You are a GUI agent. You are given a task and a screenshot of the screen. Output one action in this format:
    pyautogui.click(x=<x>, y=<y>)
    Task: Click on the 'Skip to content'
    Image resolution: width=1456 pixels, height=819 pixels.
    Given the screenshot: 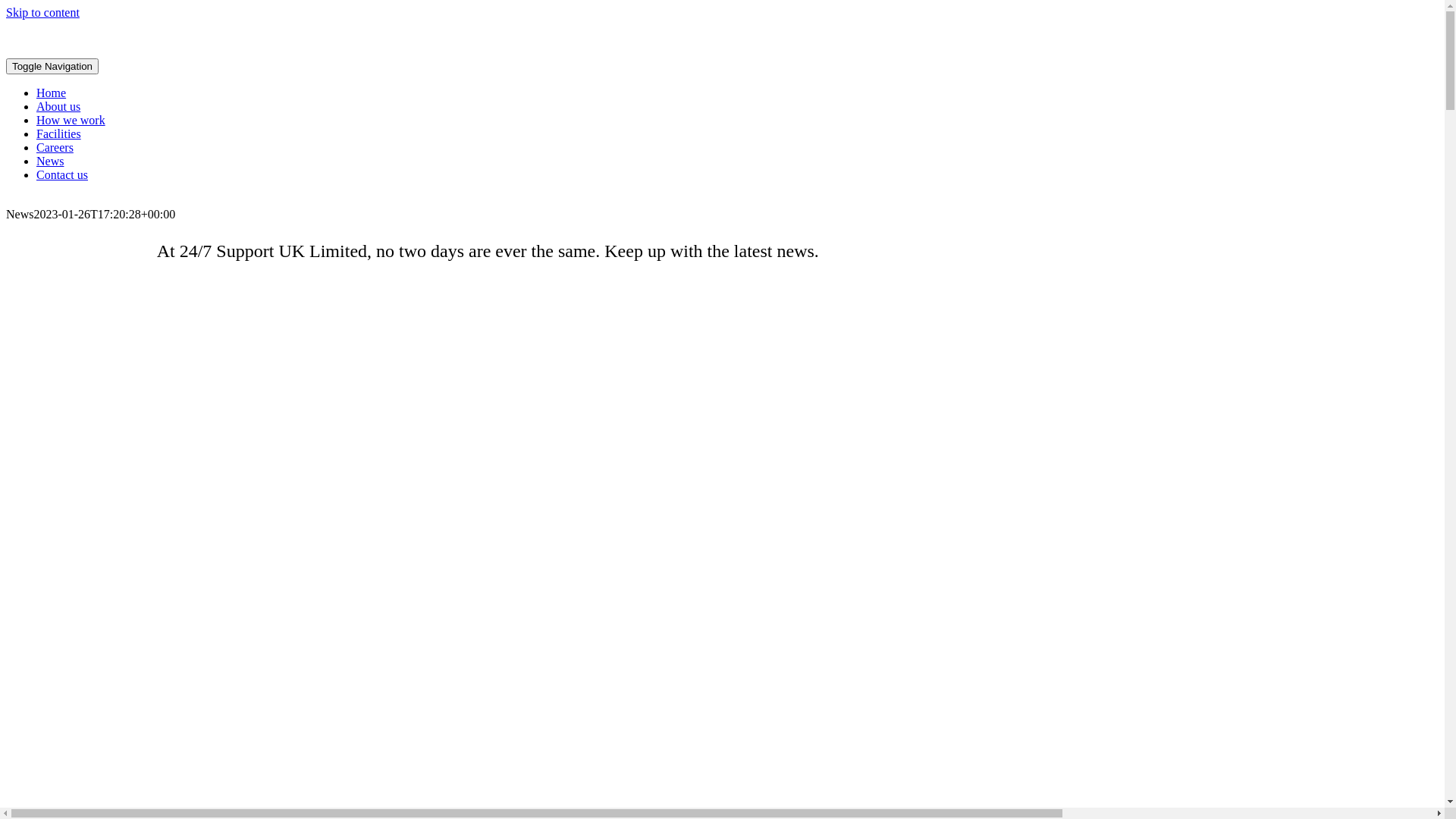 What is the action you would take?
    pyautogui.click(x=42, y=12)
    